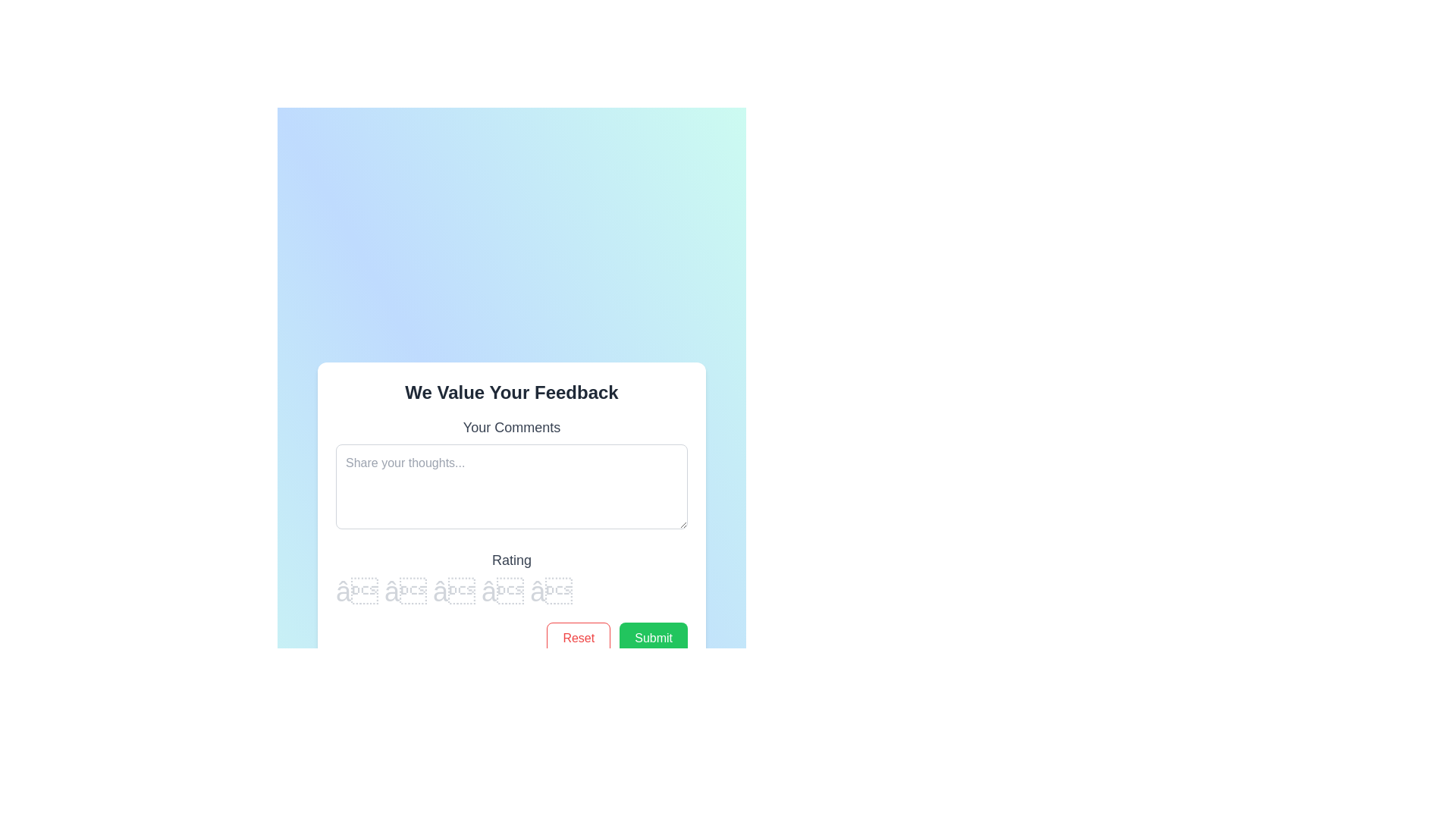  What do you see at coordinates (503, 591) in the screenshot?
I see `the fourth star rating button` at bounding box center [503, 591].